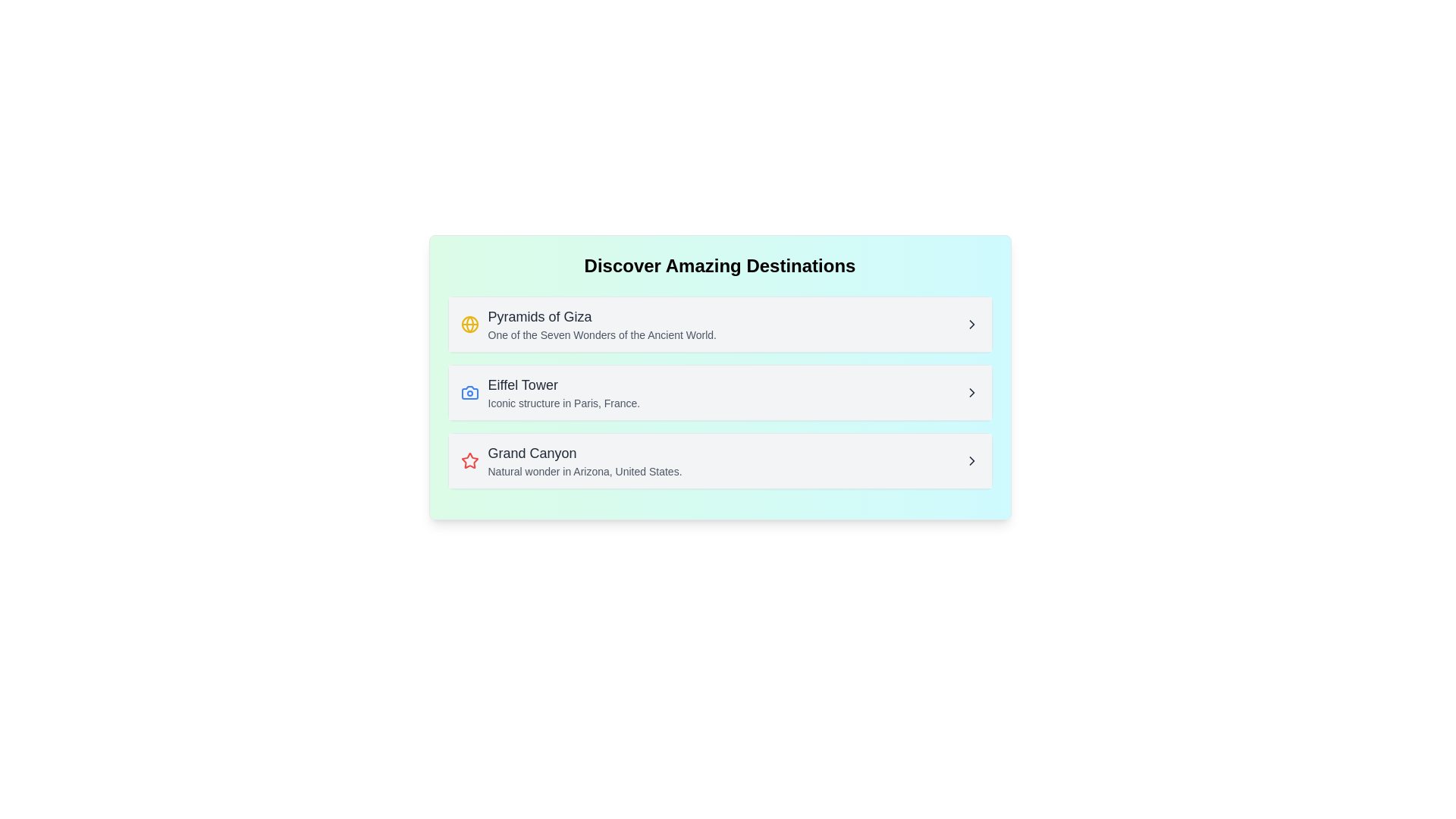 This screenshot has height=819, width=1456. Describe the element at coordinates (971, 324) in the screenshot. I see `the right-pointing arrow icon embedded within the 'Pyramids of Giza' button to initiate further action` at that location.